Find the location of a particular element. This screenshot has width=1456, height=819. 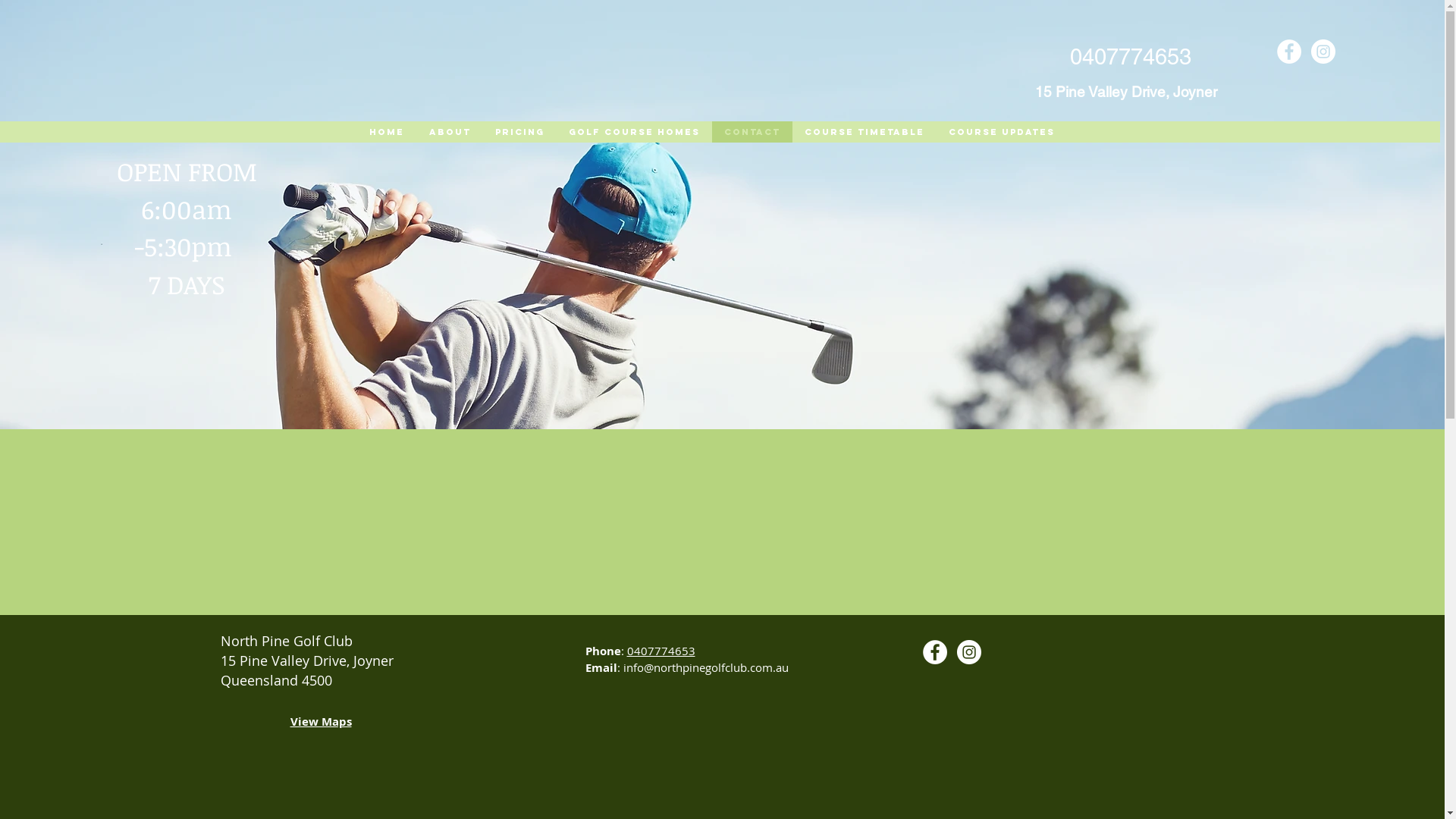

'Pricing' is located at coordinates (519, 130).